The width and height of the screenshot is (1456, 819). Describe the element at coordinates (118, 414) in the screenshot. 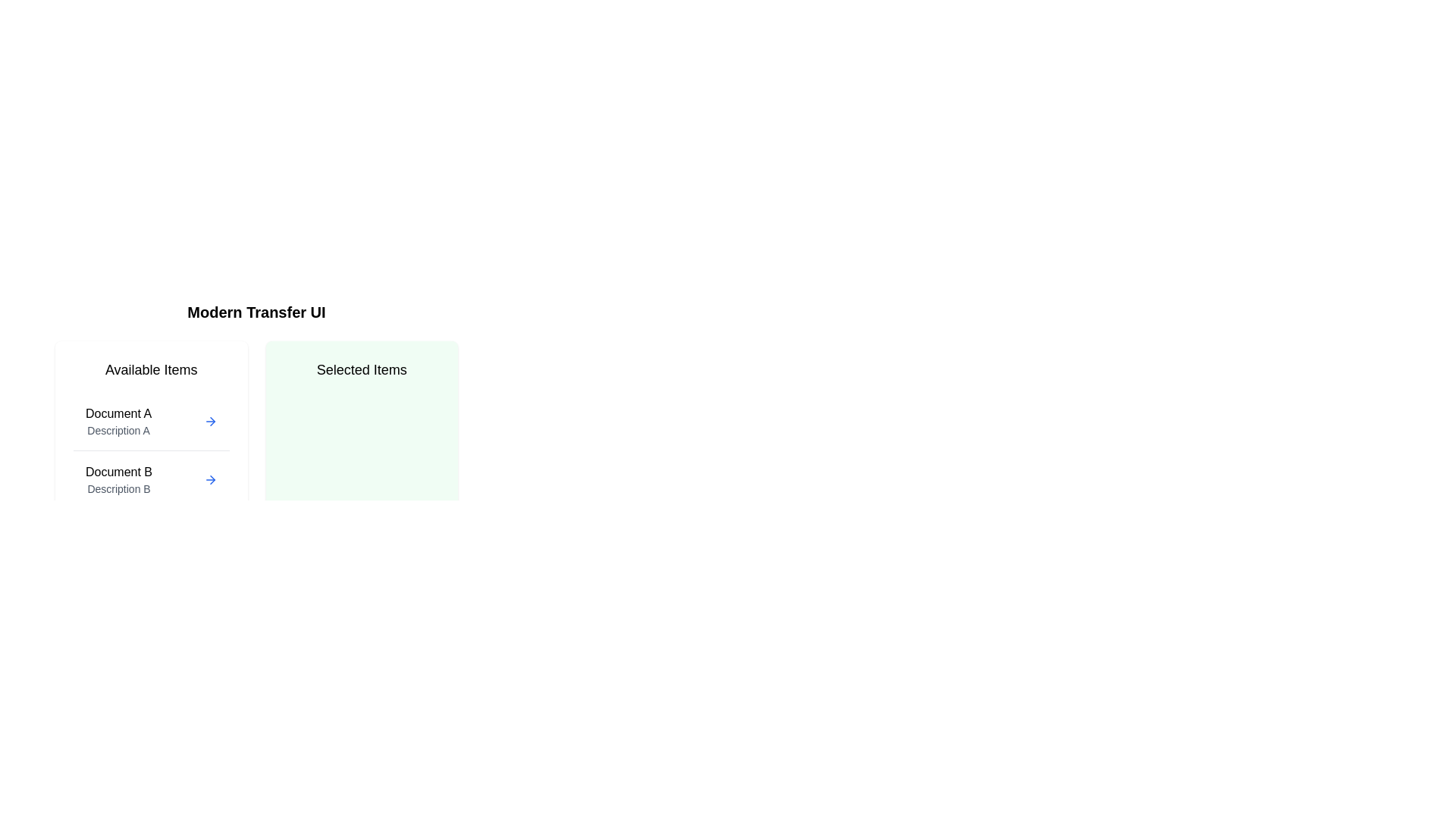

I see `the static text label displaying 'Document A', which is positioned at the top of the item description in the left column of 'Available Items'` at that location.